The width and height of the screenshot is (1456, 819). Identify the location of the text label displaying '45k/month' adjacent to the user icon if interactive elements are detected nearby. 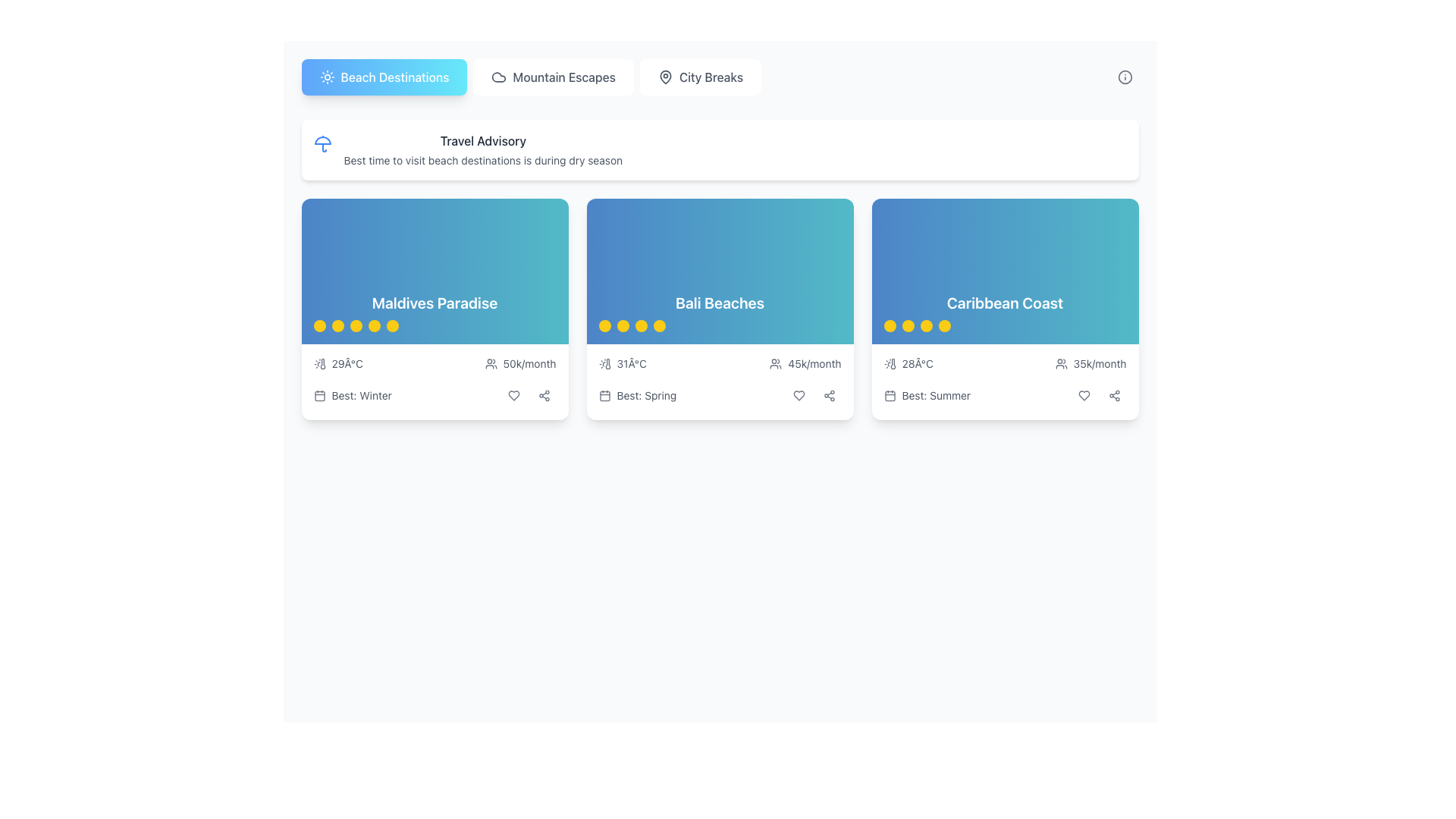
(805, 363).